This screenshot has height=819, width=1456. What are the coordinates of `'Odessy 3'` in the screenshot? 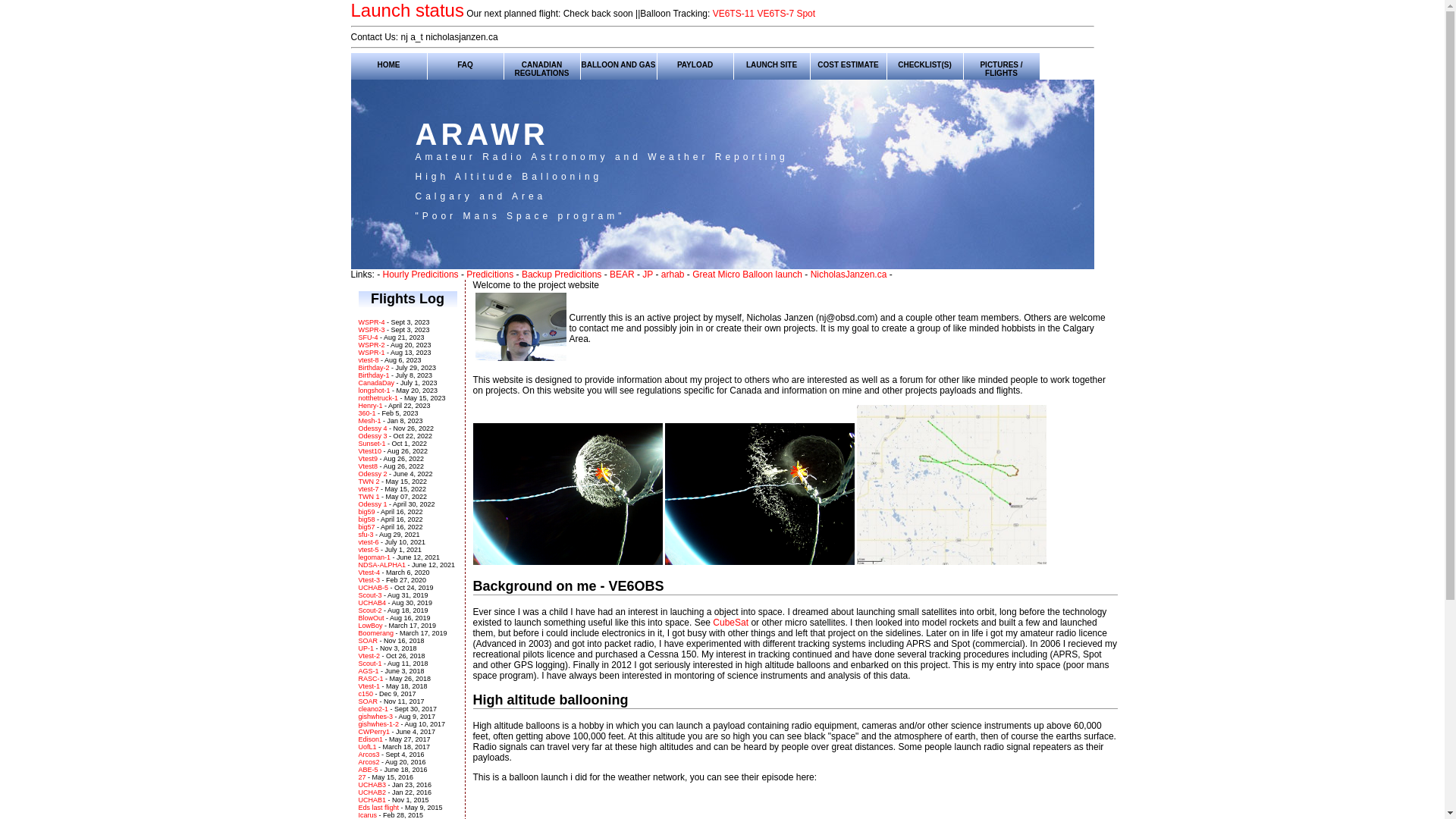 It's located at (372, 435).